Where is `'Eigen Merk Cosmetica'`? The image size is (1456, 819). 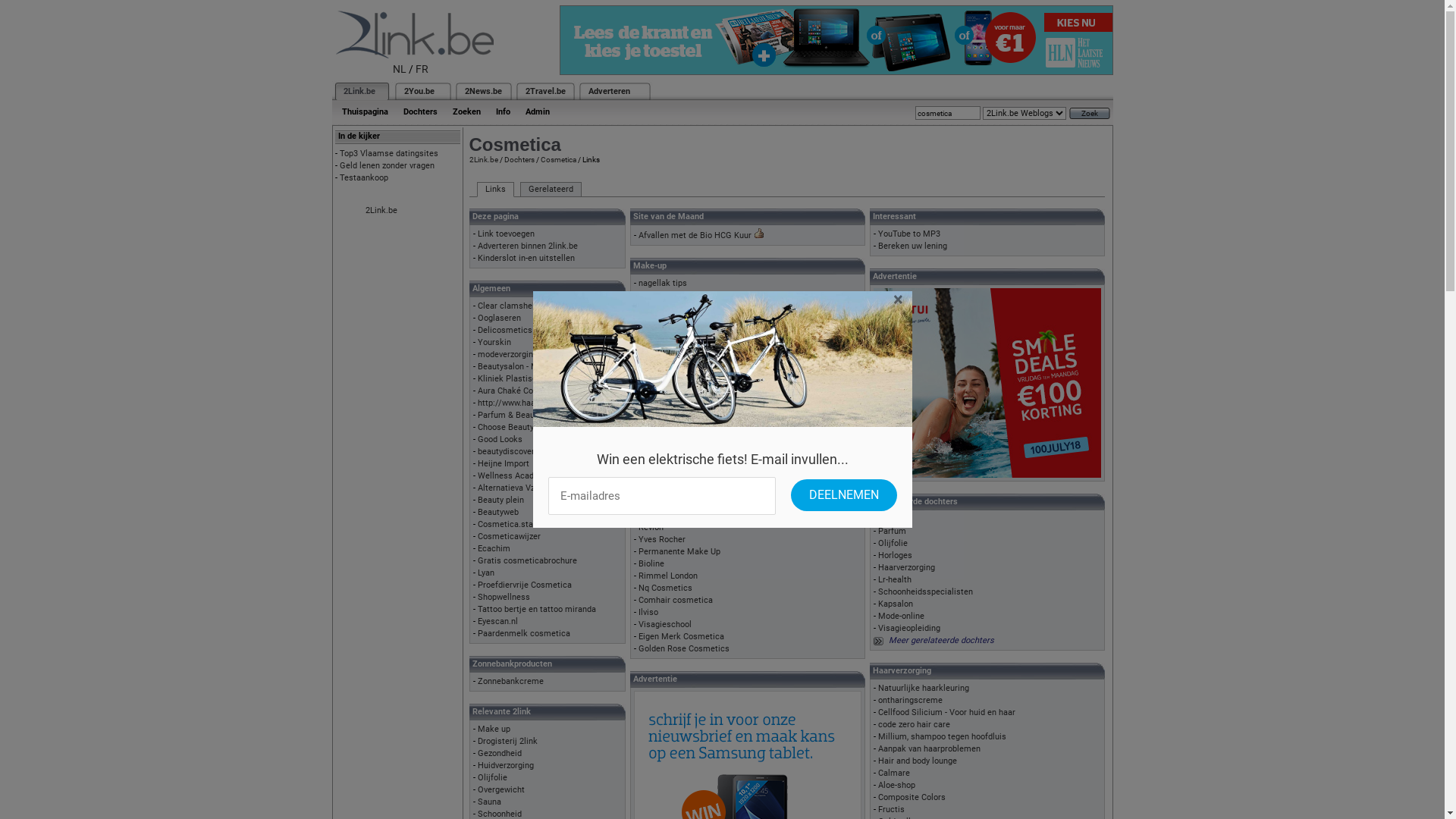
'Eigen Merk Cosmetica' is located at coordinates (680, 636).